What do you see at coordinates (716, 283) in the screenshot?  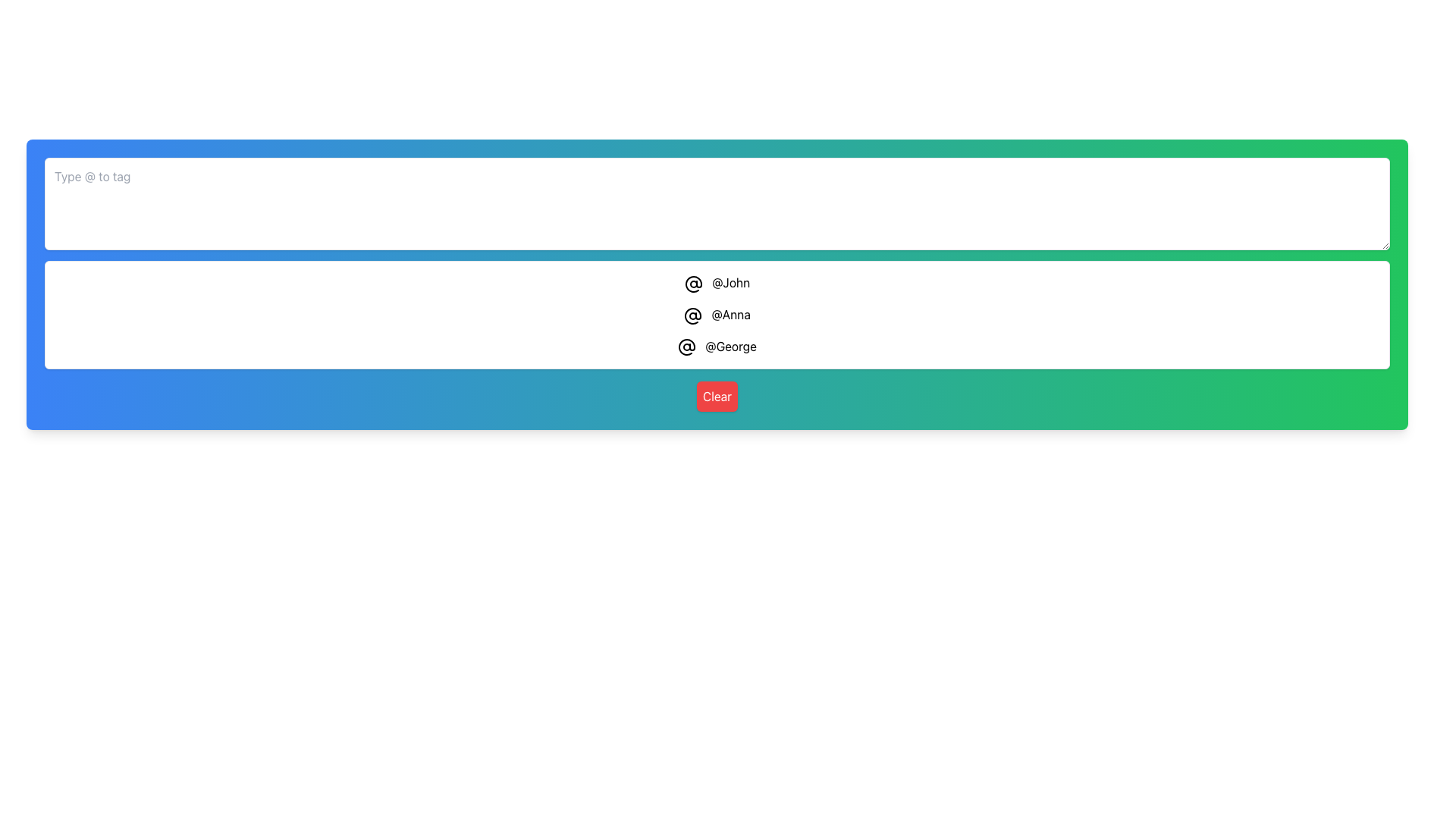 I see `the first selectable username item '@John' in the vertical list of usernames` at bounding box center [716, 283].